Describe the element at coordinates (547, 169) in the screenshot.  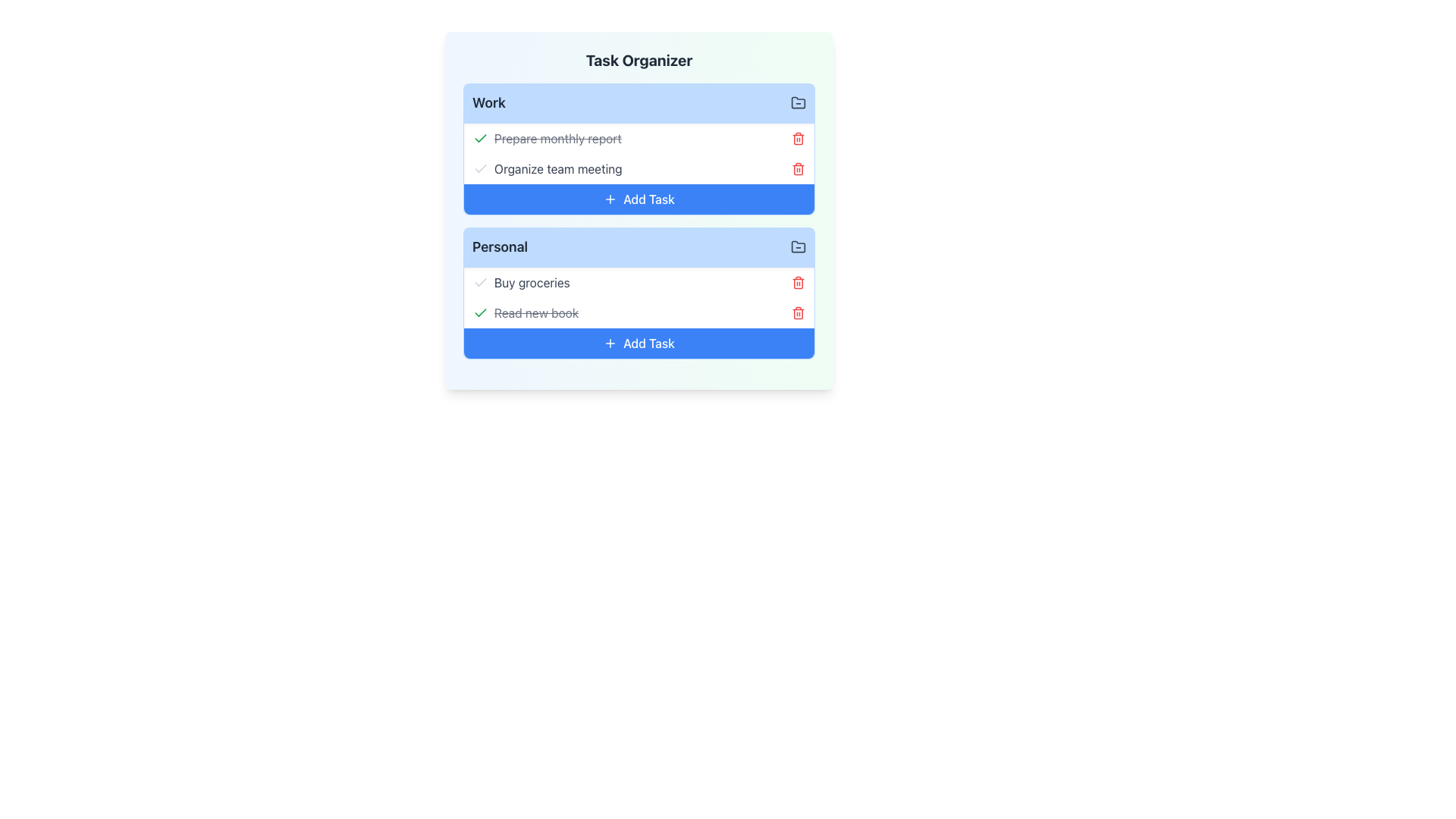
I see `the task item displaying 'Organize team meeting' for editing, which is located in the 'Work' section of the 'Task Organizer' interface` at that location.